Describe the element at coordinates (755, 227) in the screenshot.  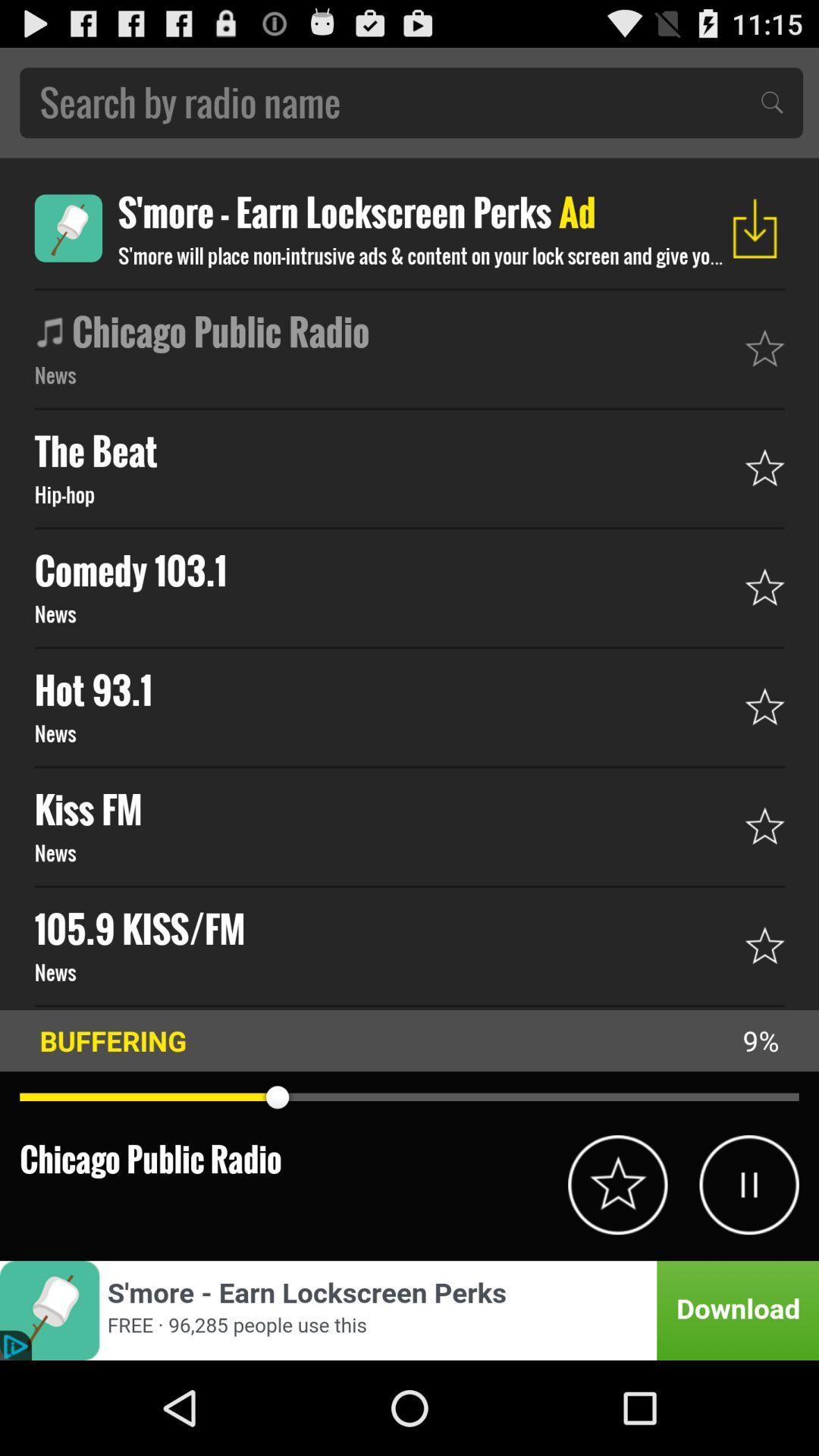
I see `download the advertisement` at that location.